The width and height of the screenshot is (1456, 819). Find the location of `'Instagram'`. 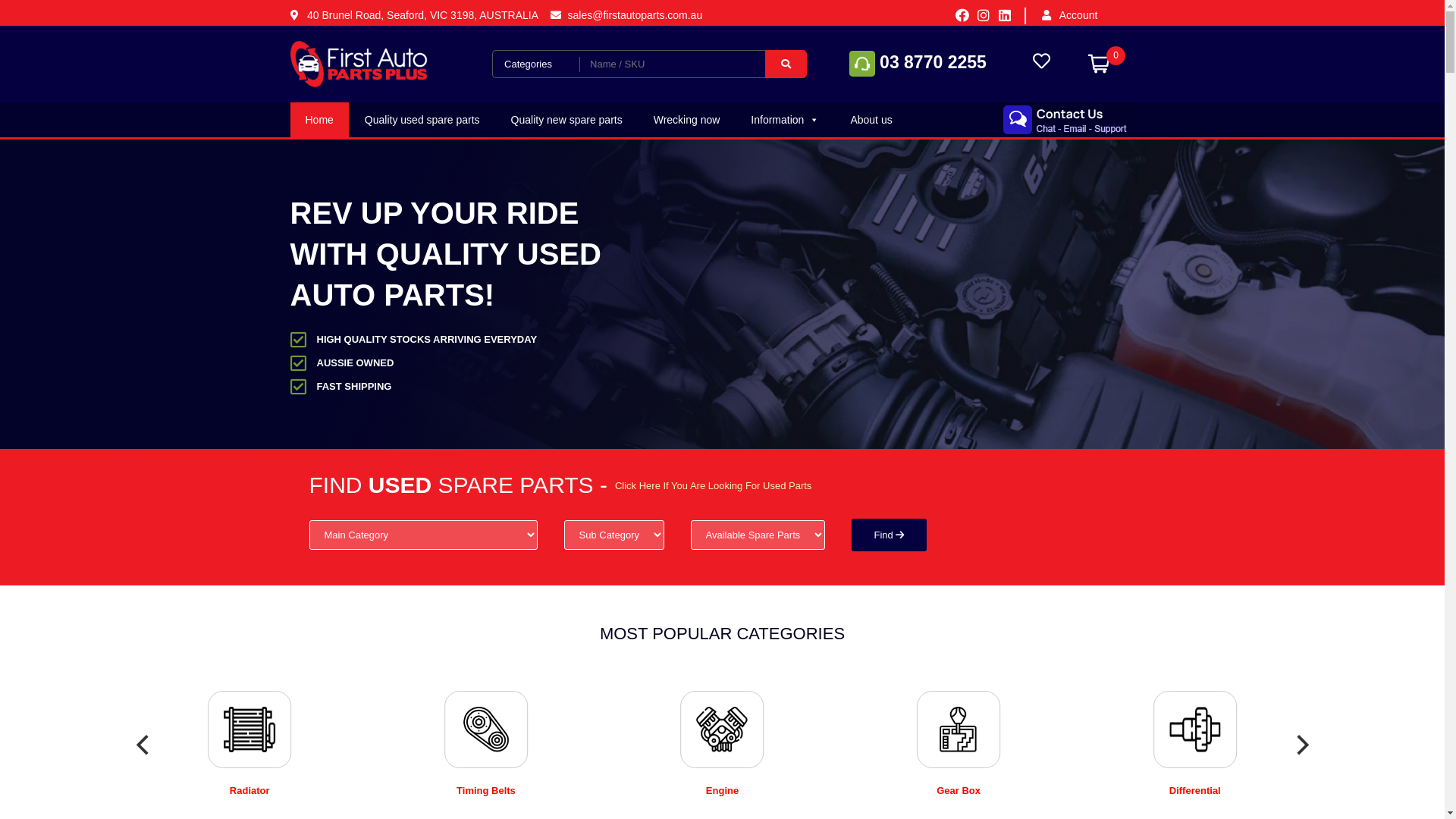

'Instagram' is located at coordinates (983, 14).